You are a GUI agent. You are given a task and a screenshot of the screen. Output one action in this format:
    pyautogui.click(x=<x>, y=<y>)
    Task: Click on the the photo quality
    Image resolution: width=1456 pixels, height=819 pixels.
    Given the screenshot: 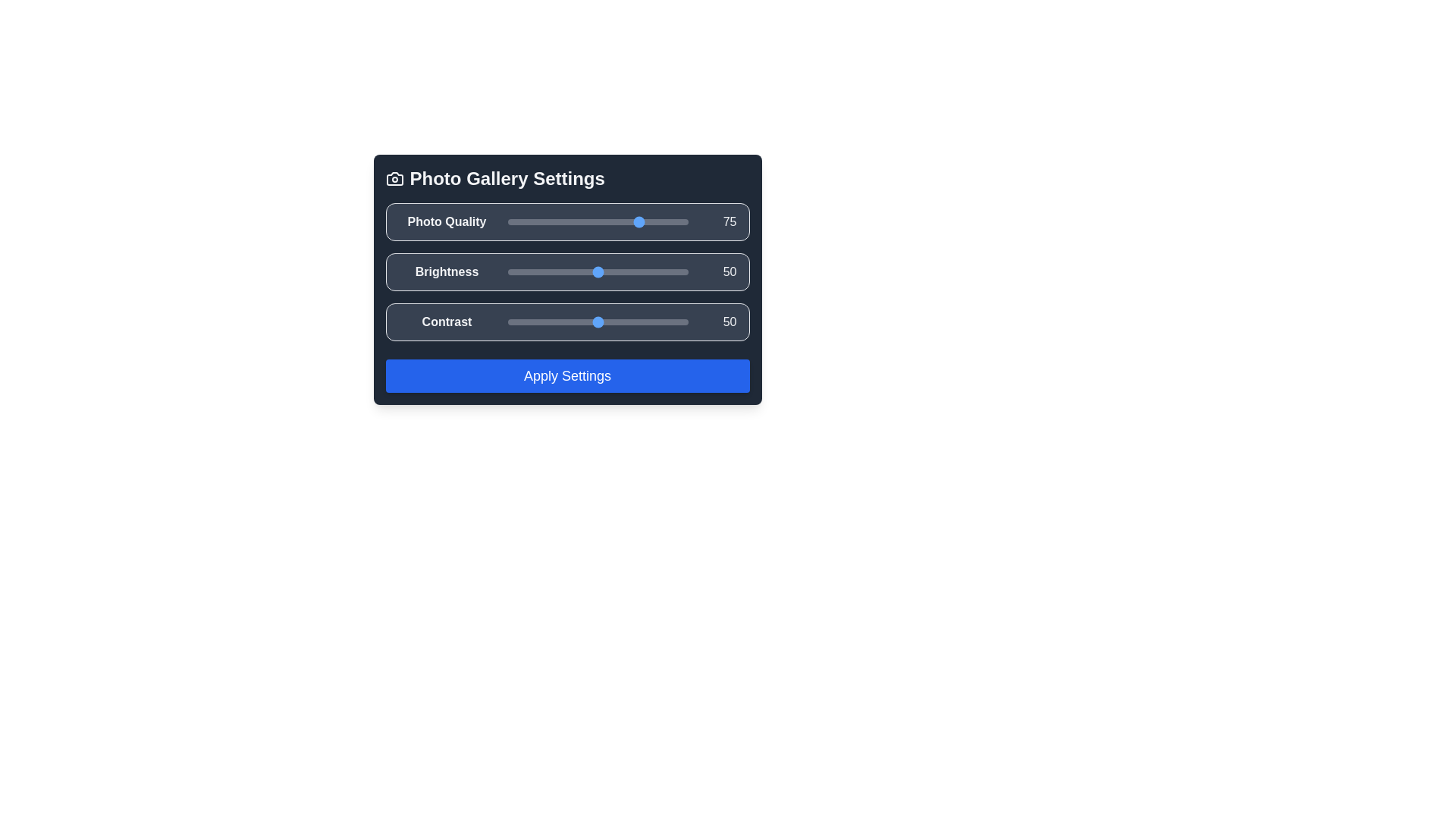 What is the action you would take?
    pyautogui.click(x=635, y=222)
    